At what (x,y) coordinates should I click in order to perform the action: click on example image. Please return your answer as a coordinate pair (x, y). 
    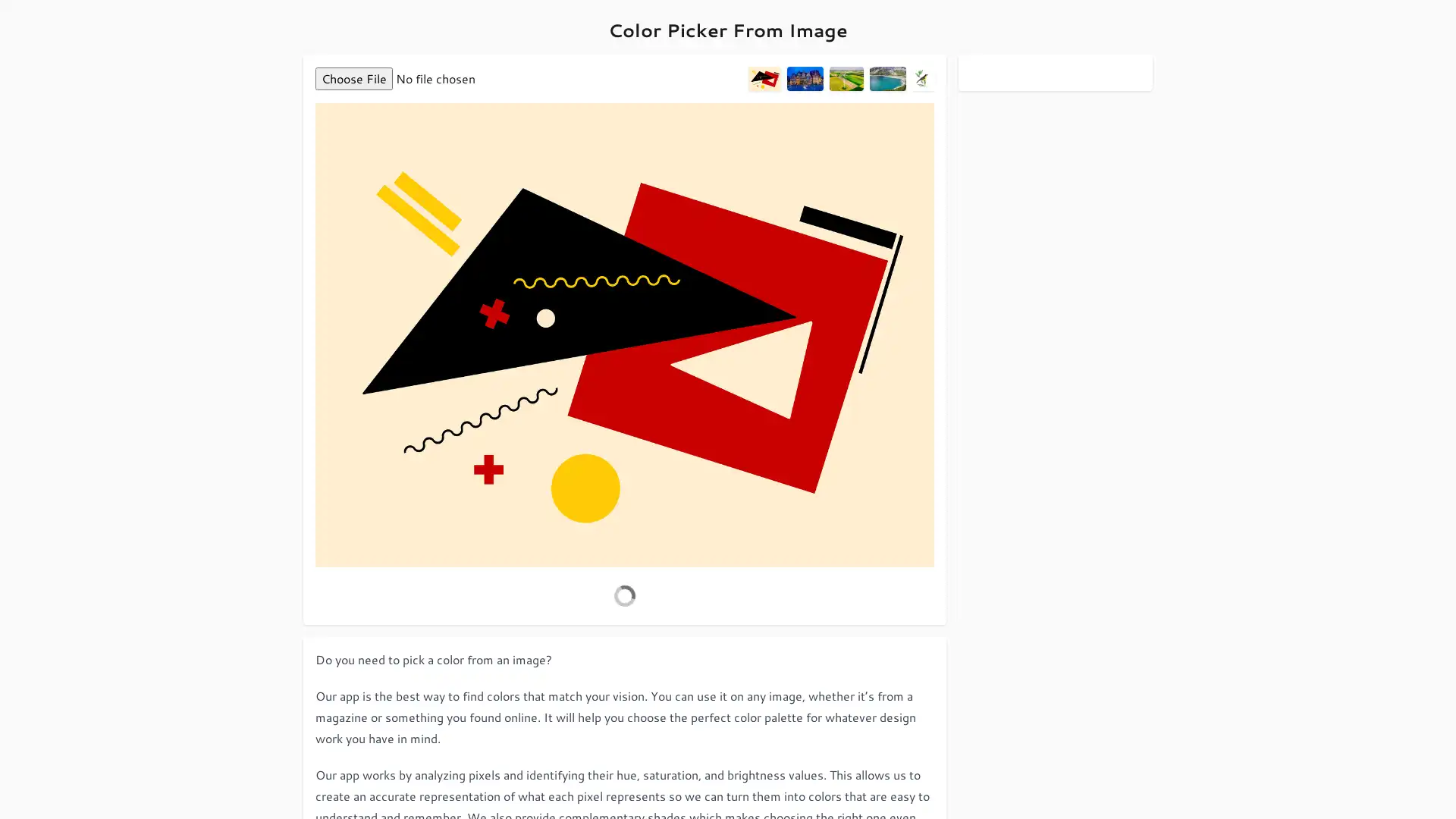
    Looking at the image, I should click on (803, 79).